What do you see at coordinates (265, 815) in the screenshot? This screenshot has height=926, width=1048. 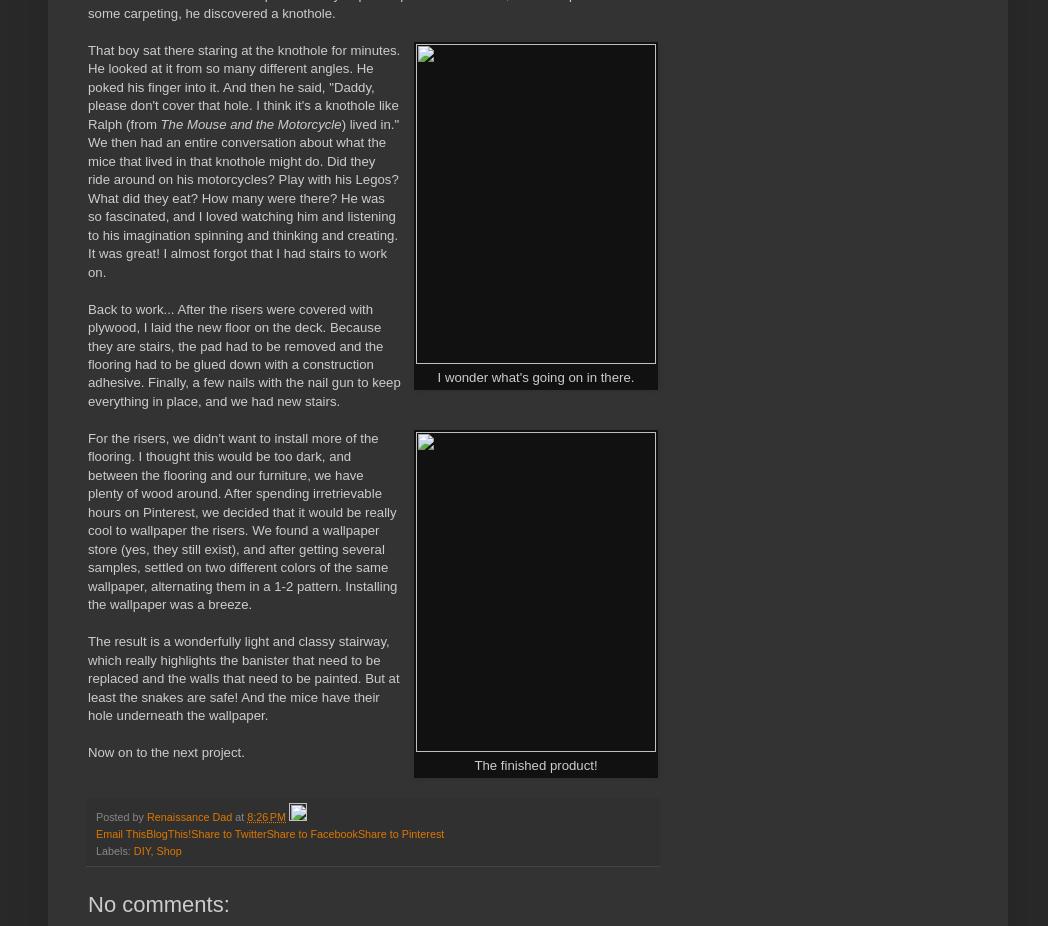 I see `'8:26 PM'` at bounding box center [265, 815].